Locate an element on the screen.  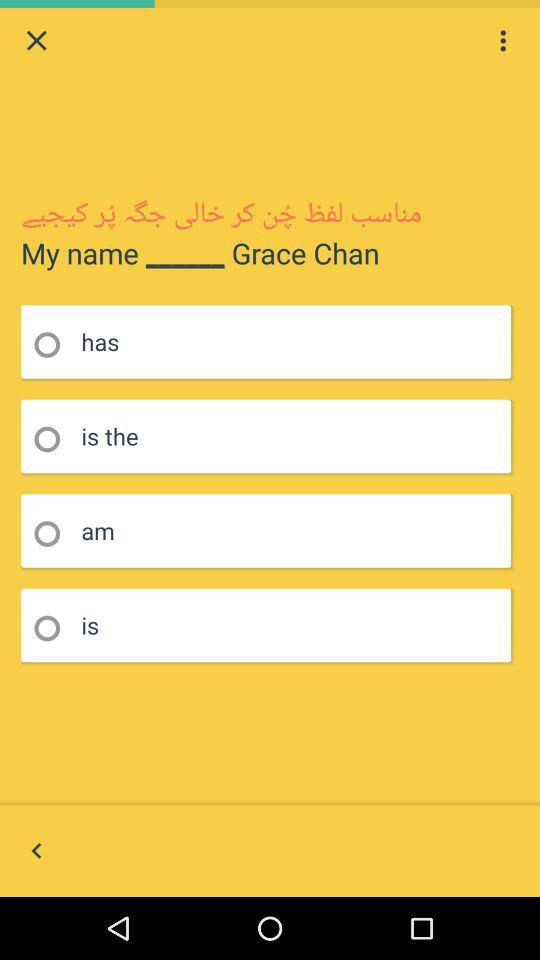
the current window is located at coordinates (36, 39).